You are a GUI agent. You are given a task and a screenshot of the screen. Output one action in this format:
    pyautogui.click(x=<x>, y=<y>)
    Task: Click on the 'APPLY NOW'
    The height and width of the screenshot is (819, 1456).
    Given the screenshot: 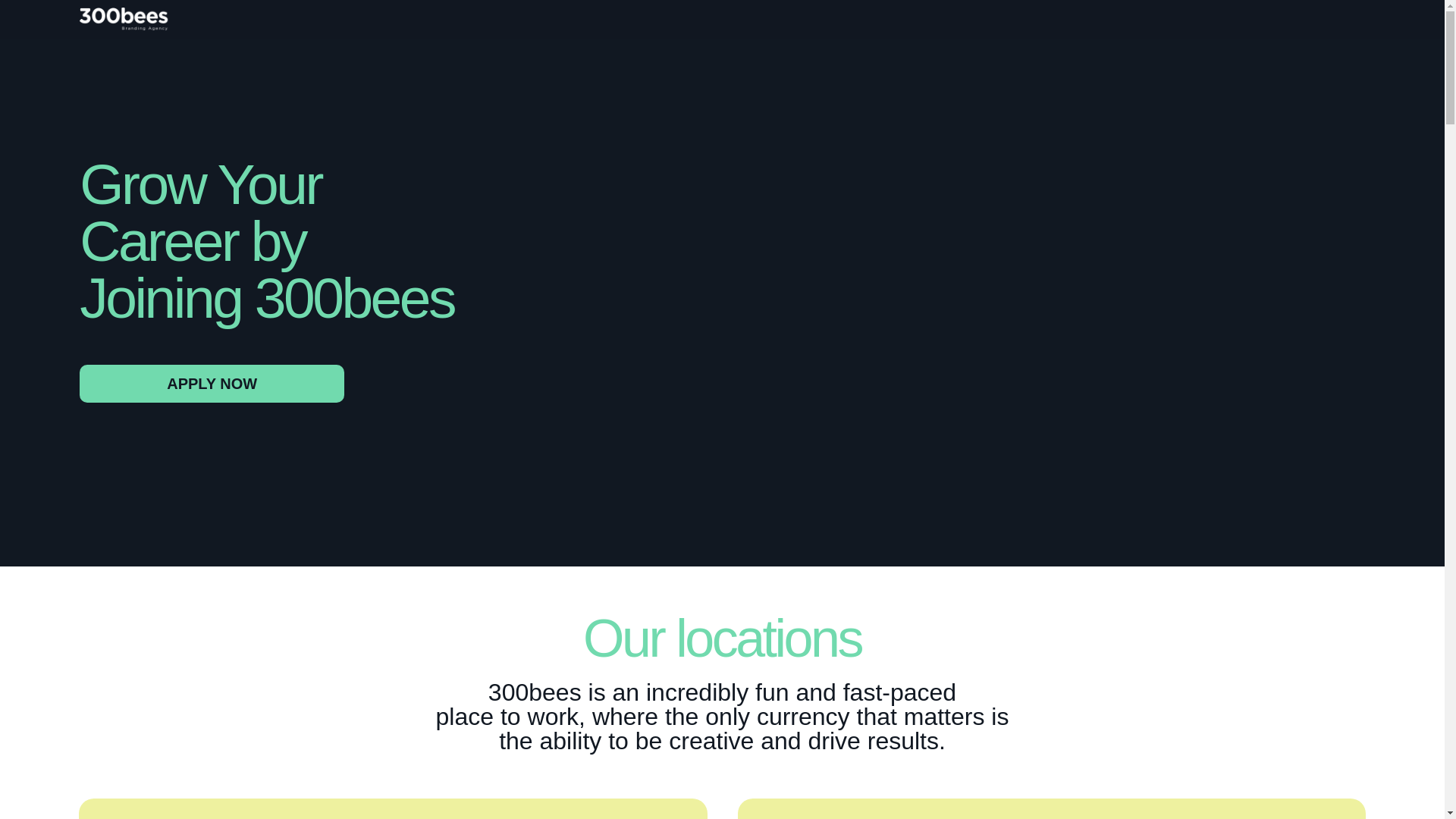 What is the action you would take?
    pyautogui.click(x=211, y=382)
    